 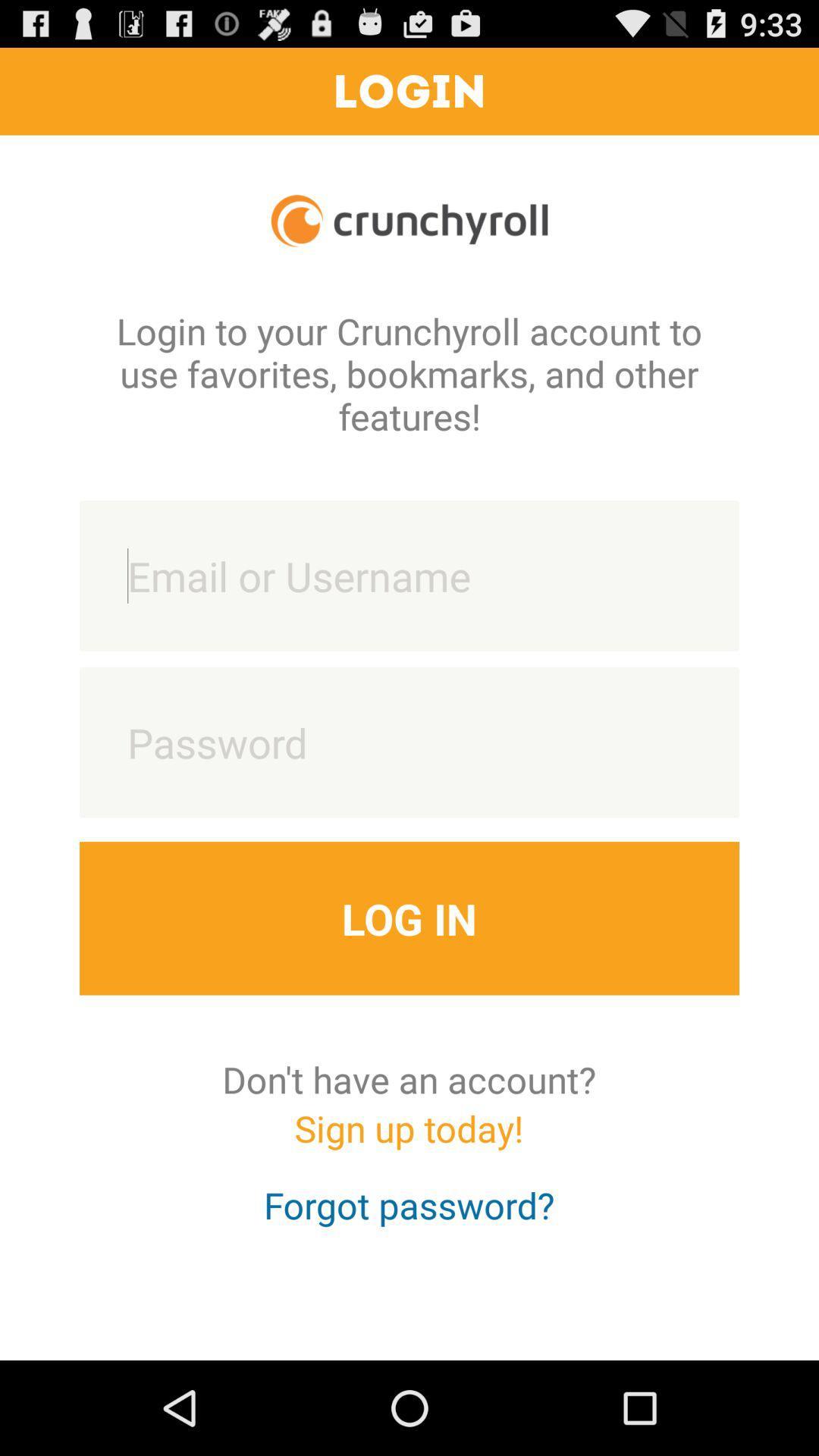 I want to click on sign up today! item, so click(x=408, y=1142).